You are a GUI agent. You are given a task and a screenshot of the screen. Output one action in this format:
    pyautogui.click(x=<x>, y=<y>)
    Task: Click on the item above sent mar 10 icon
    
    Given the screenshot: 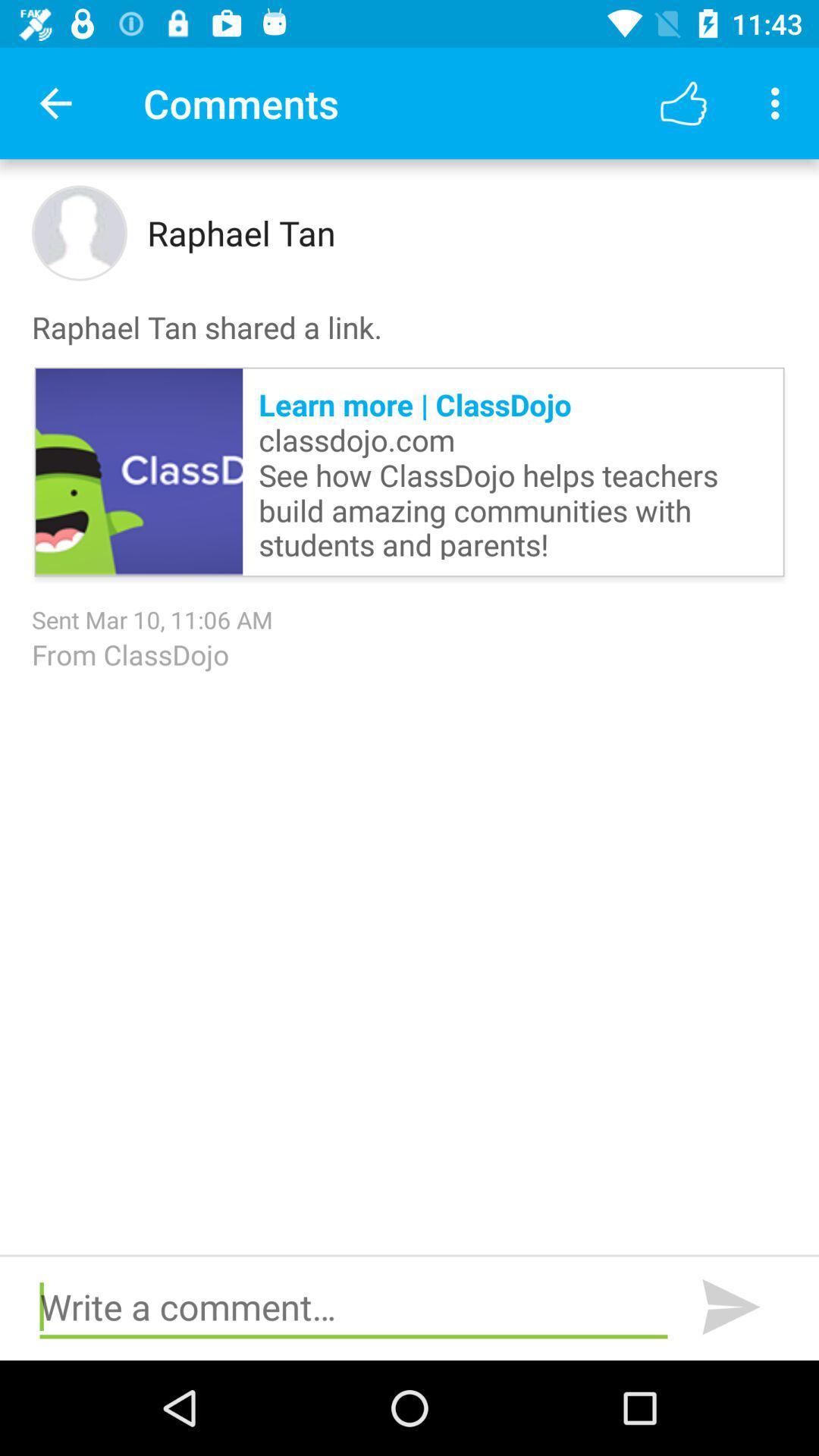 What is the action you would take?
    pyautogui.click(x=512, y=471)
    